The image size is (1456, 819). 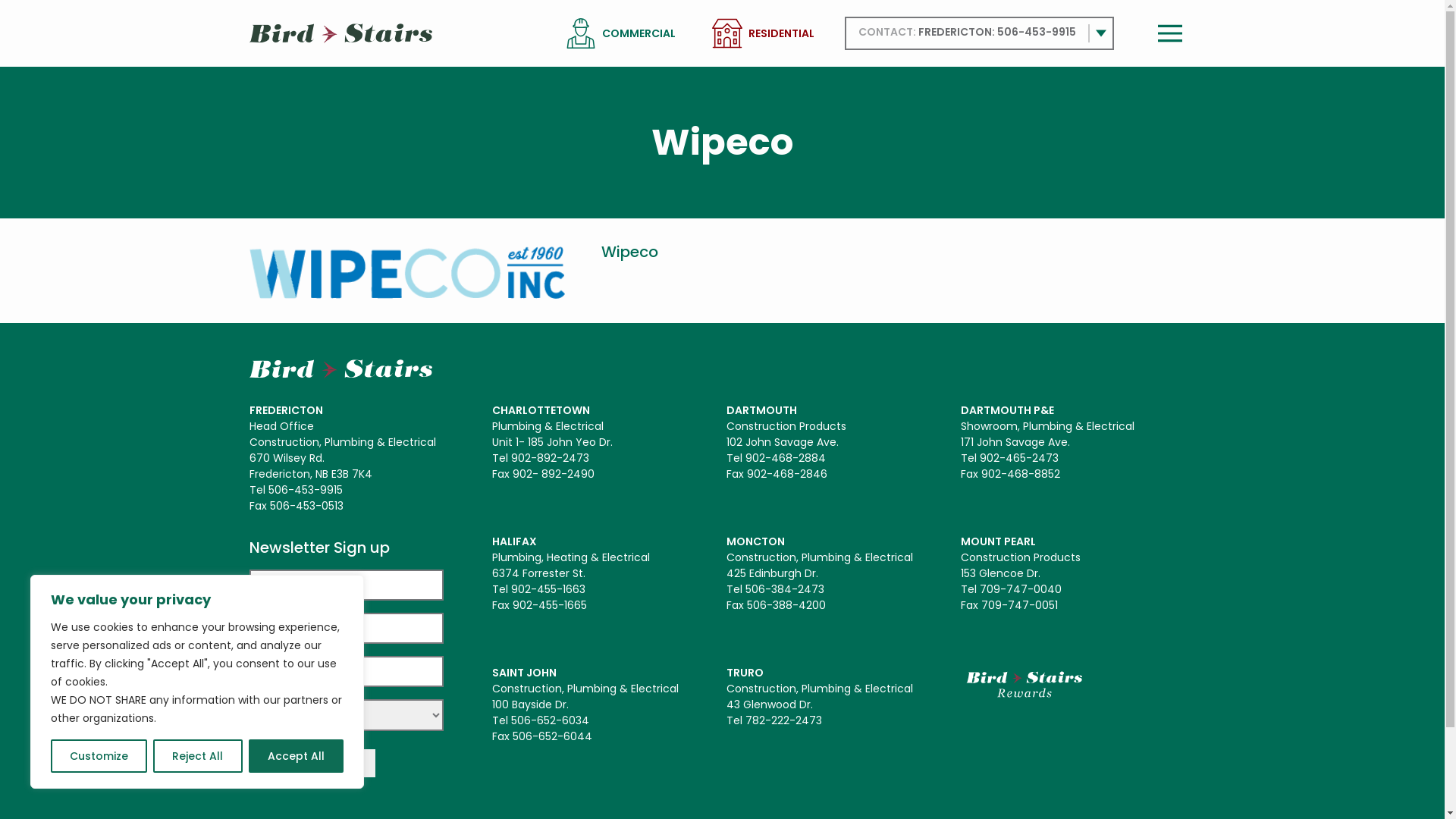 I want to click on 'Accept All', so click(x=296, y=755).